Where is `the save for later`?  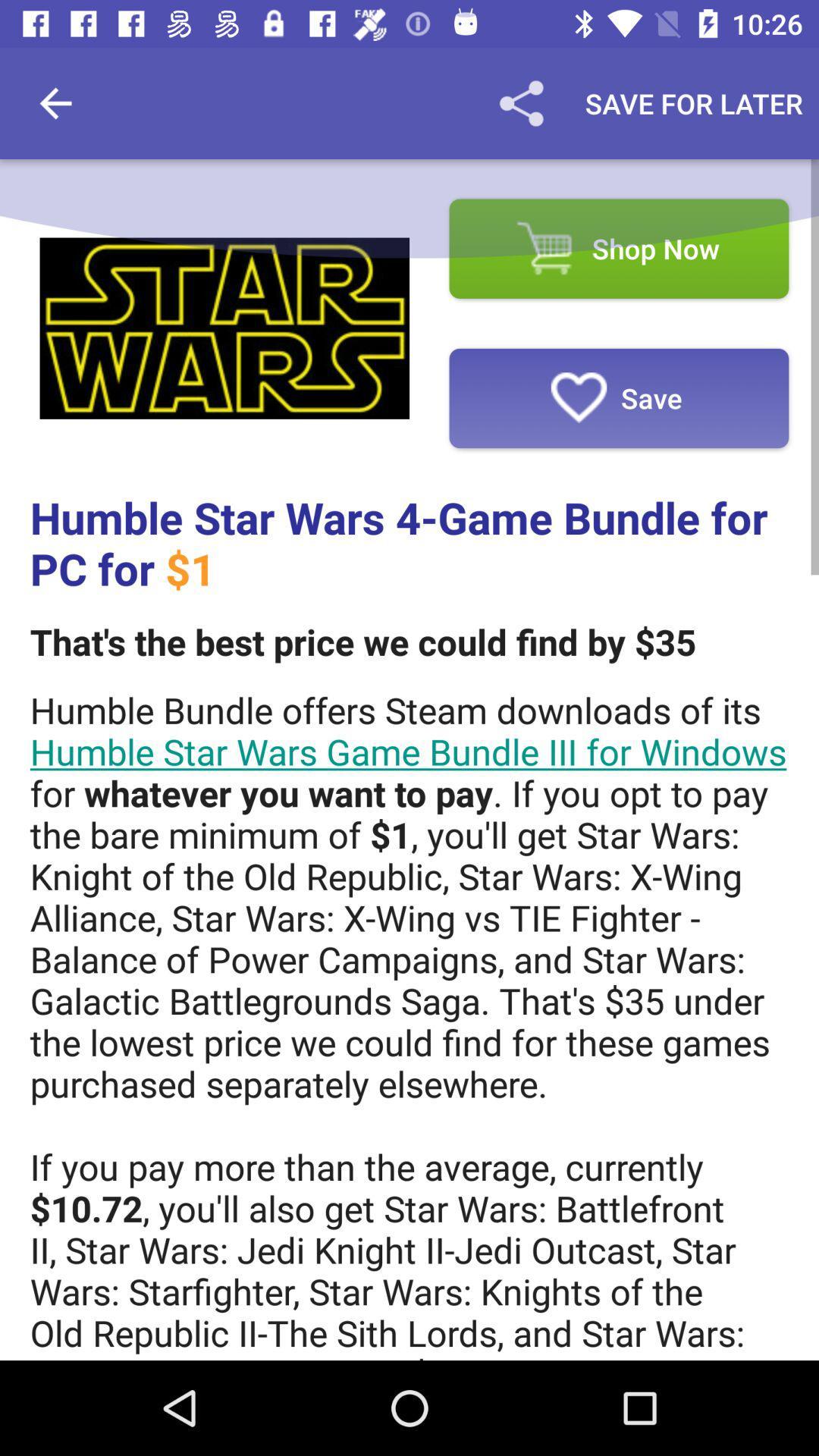
the save for later is located at coordinates (694, 102).